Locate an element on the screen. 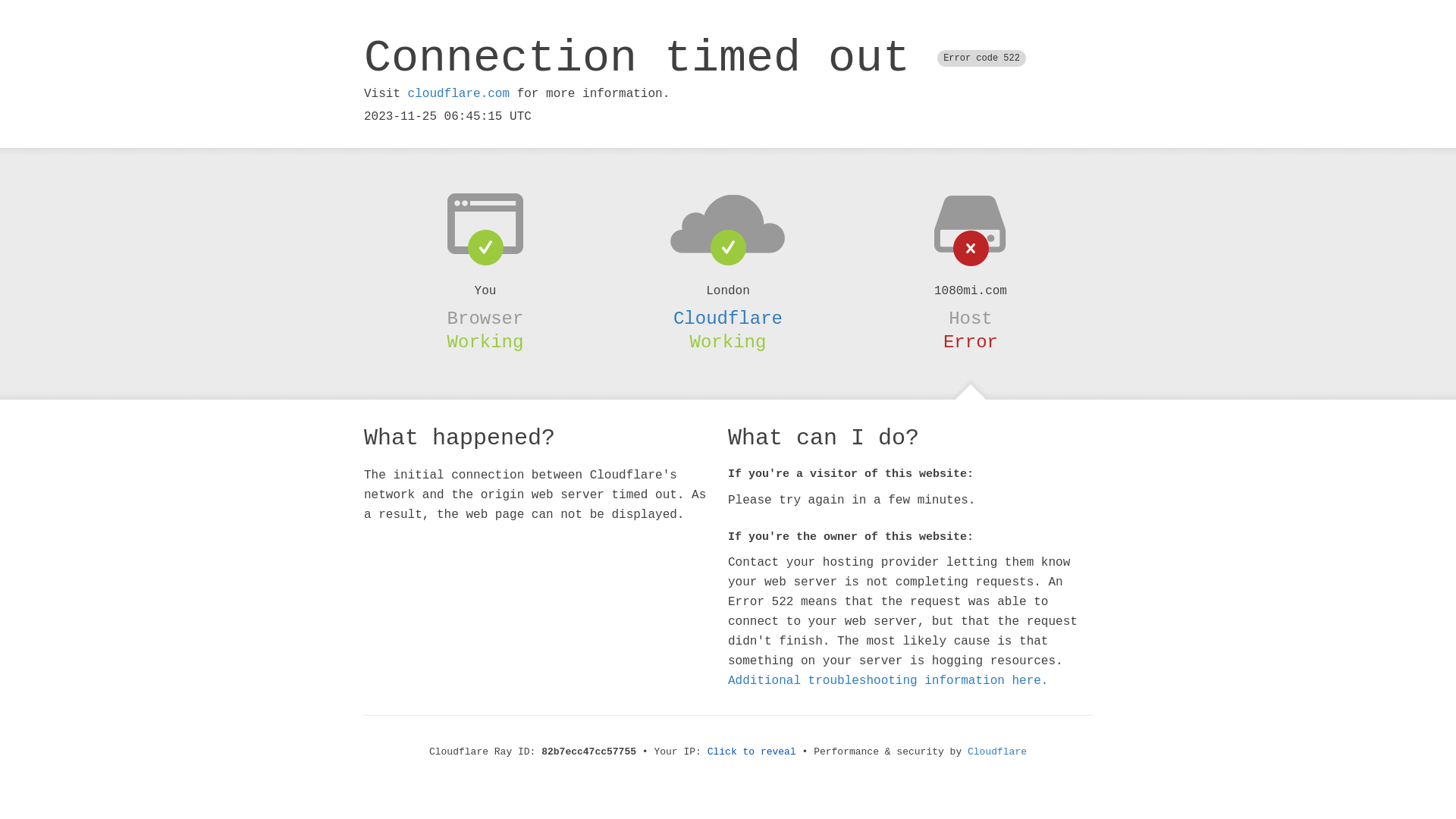  'cloudflare.com' is located at coordinates (407, 93).